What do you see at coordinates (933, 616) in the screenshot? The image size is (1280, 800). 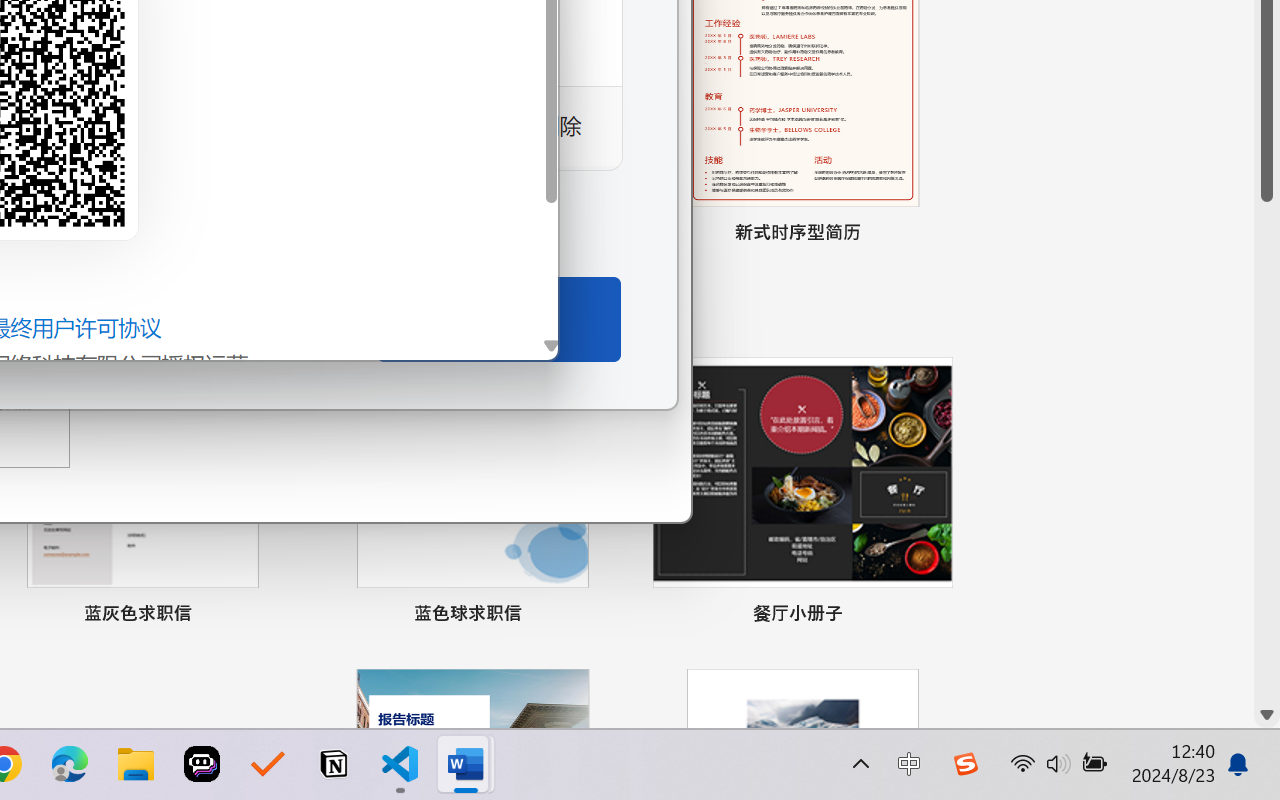 I see `'Pin to list'` at bounding box center [933, 616].